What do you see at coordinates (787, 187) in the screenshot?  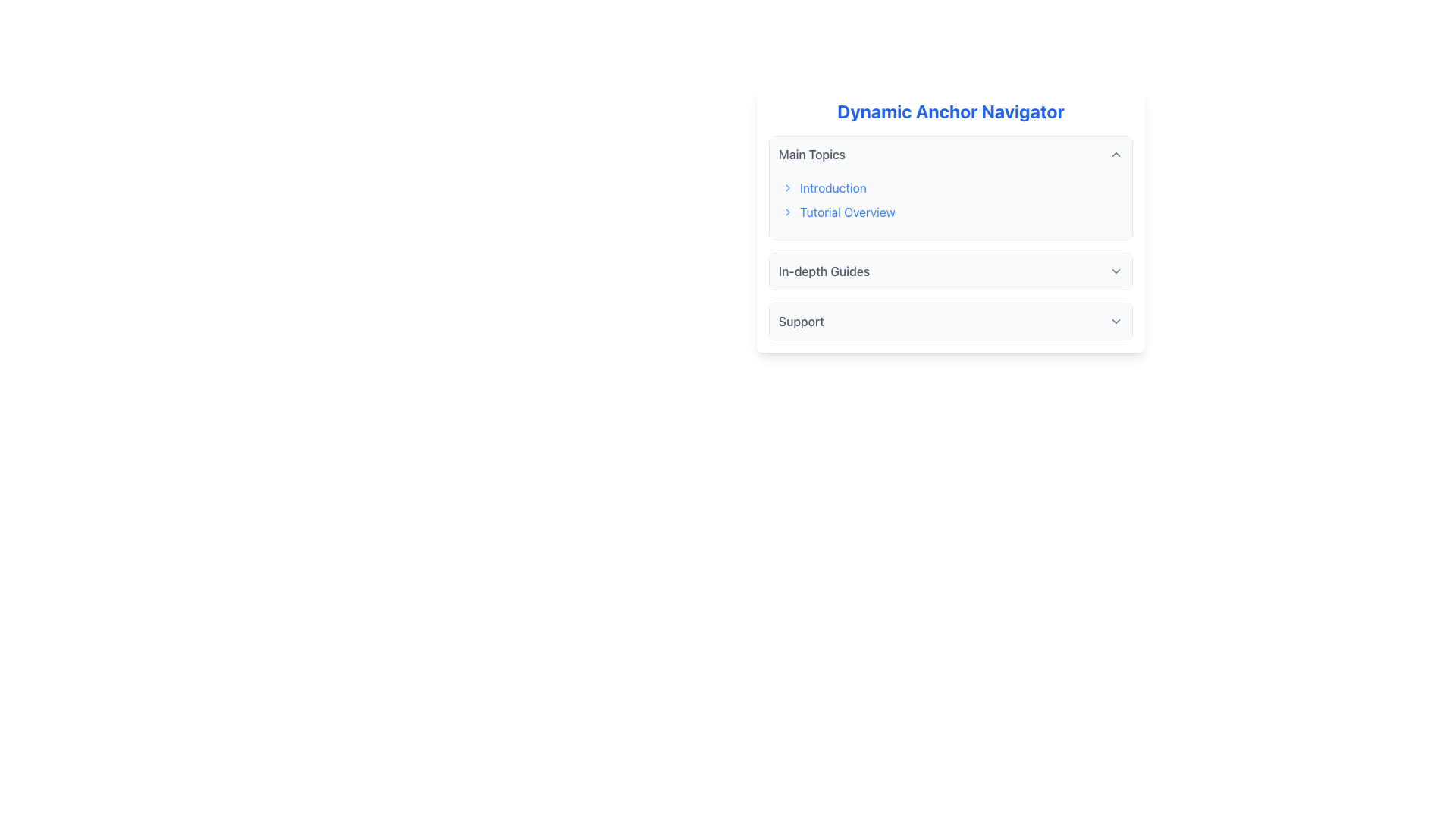 I see `the right-facing blue chevron arrow icon located to the left of the 'Introduction' text in the 'Main Topics' list of the 'Dynamic Anchor Navigator'` at bounding box center [787, 187].